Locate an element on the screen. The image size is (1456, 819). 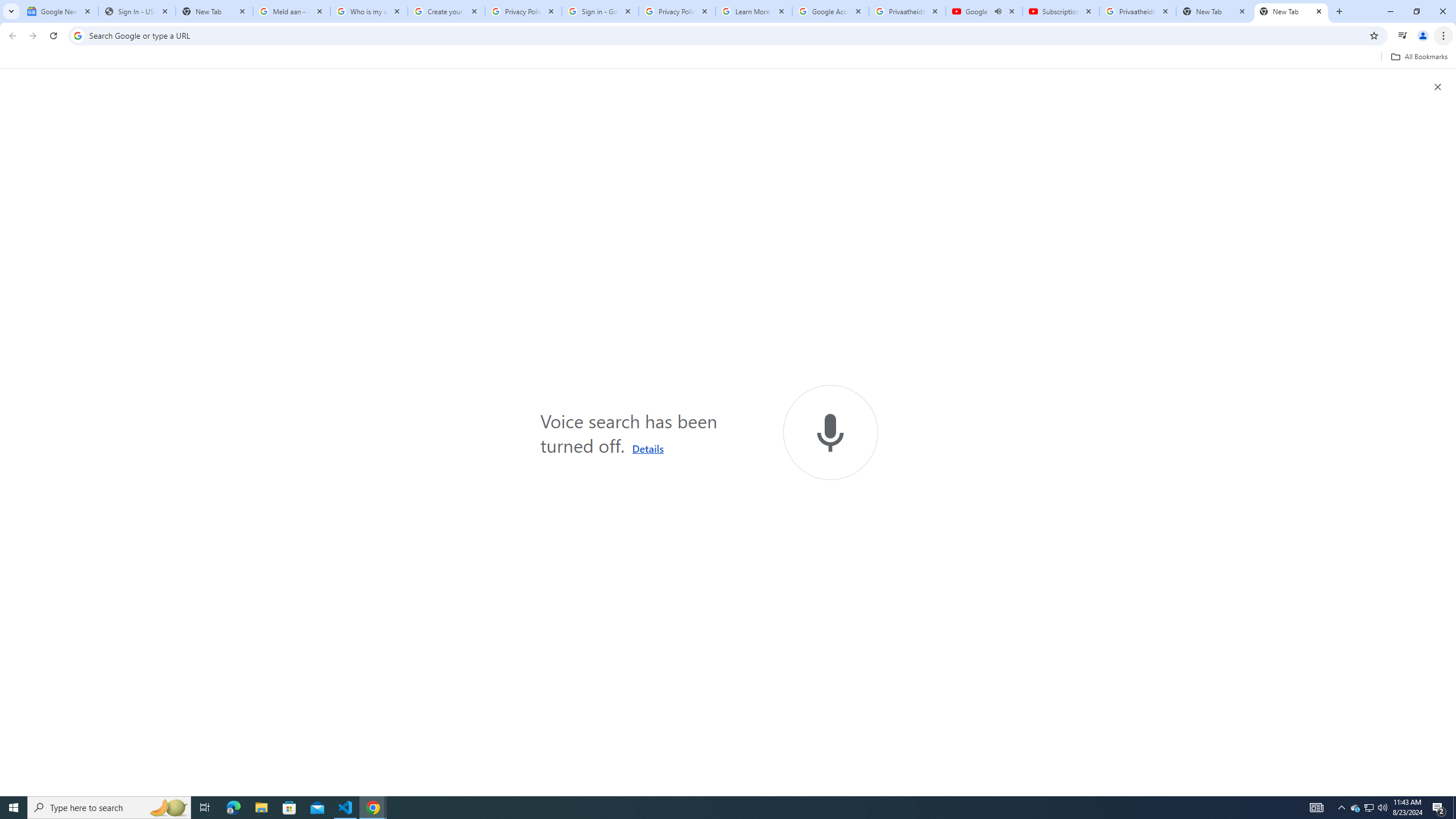
'Learn more about using a microphone' is located at coordinates (647, 448).